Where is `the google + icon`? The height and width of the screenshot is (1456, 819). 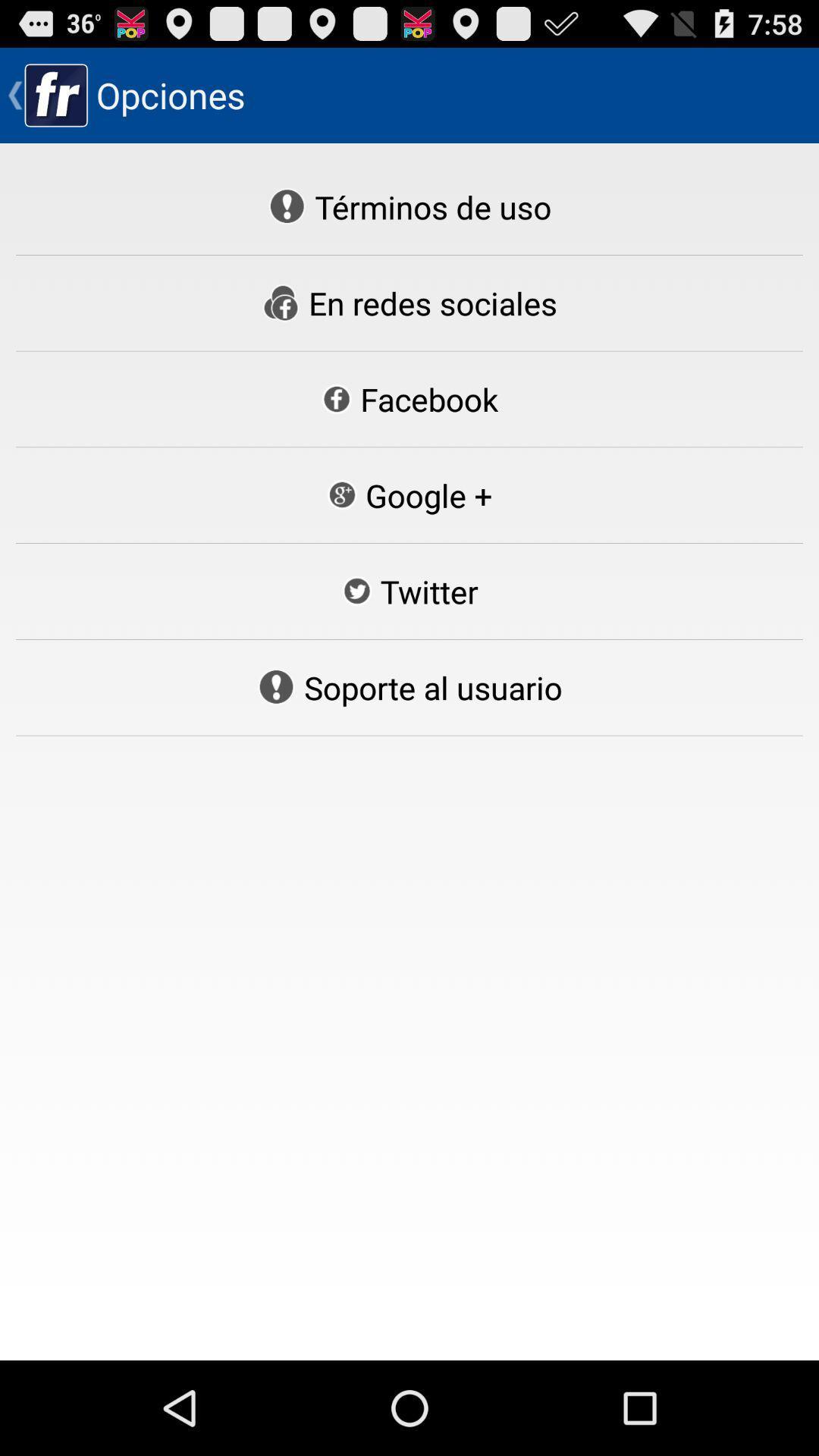 the google + icon is located at coordinates (408, 495).